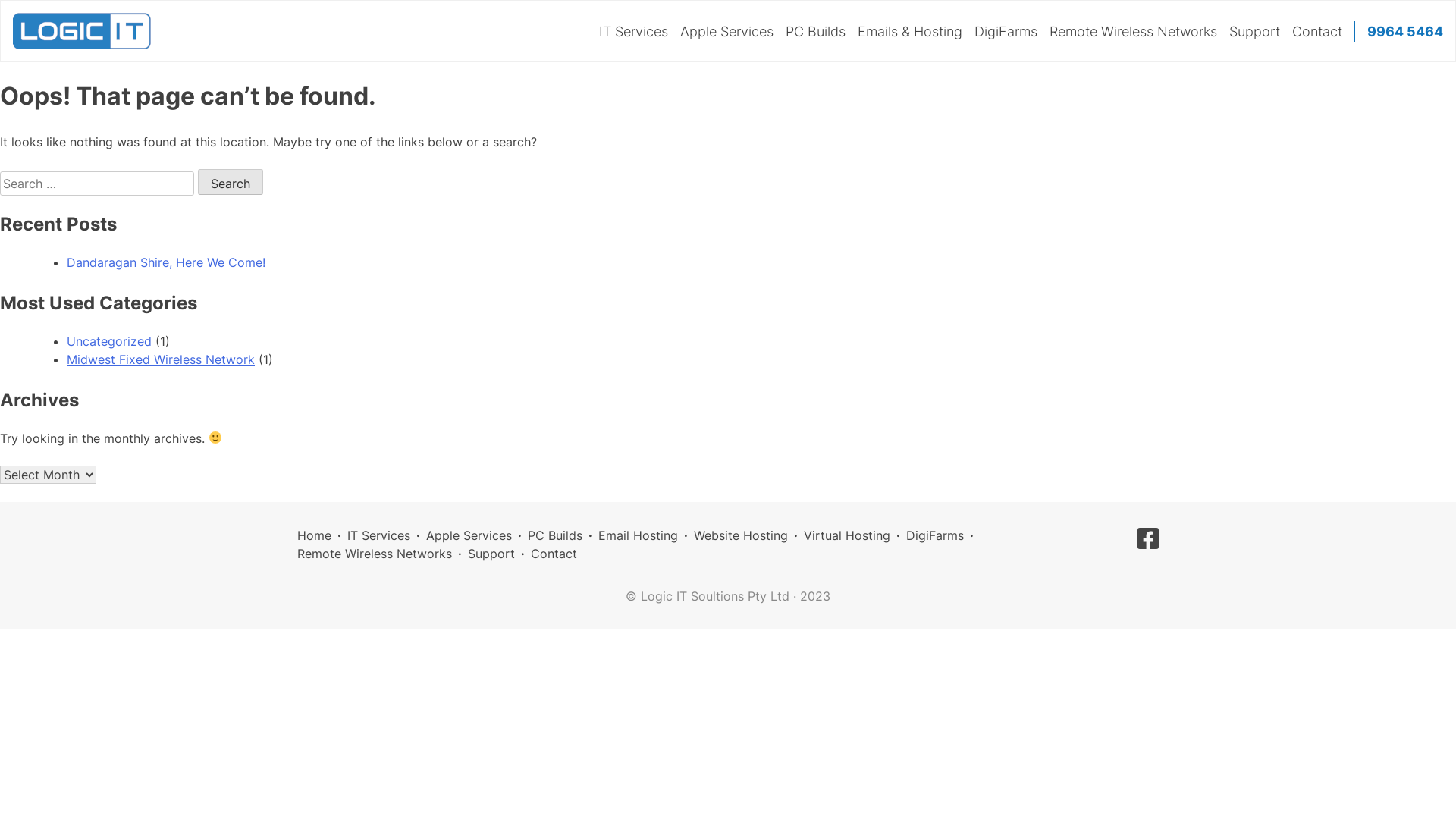 This screenshot has width=1456, height=819. Describe the element at coordinates (378, 534) in the screenshot. I see `'IT Services'` at that location.